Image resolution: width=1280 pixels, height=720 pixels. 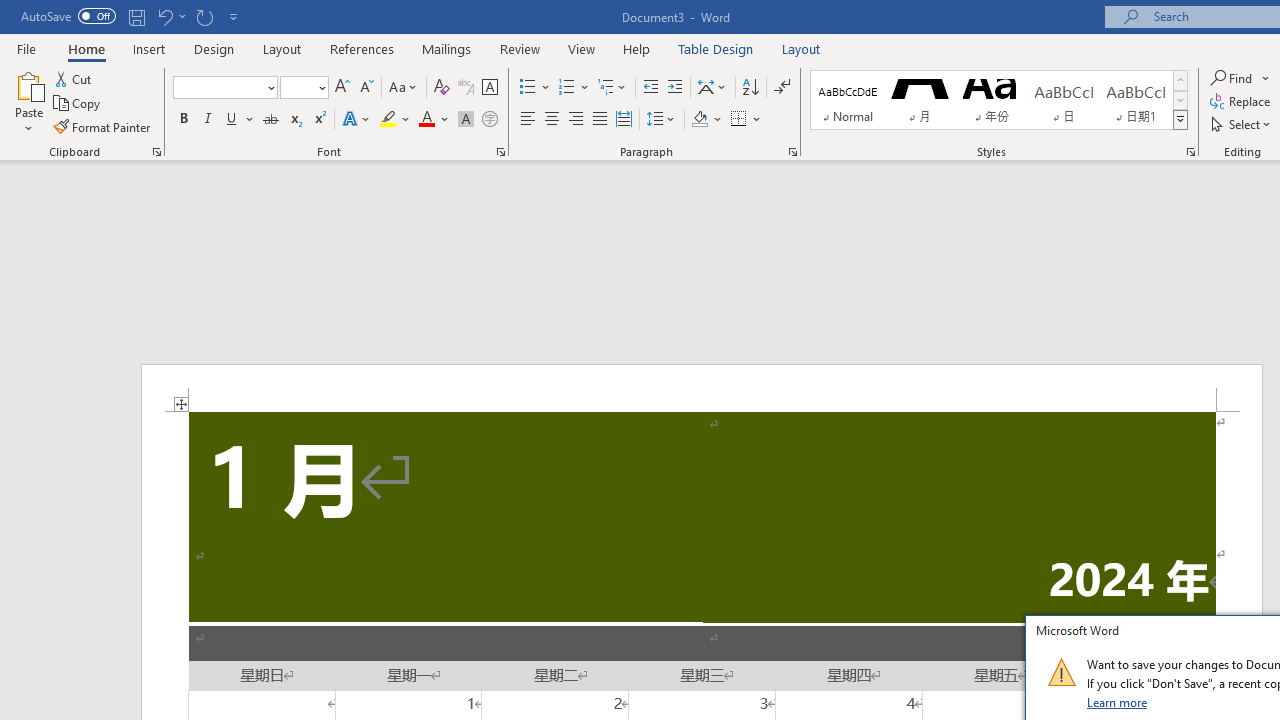 What do you see at coordinates (441, 86) in the screenshot?
I see `'Clear Formatting'` at bounding box center [441, 86].